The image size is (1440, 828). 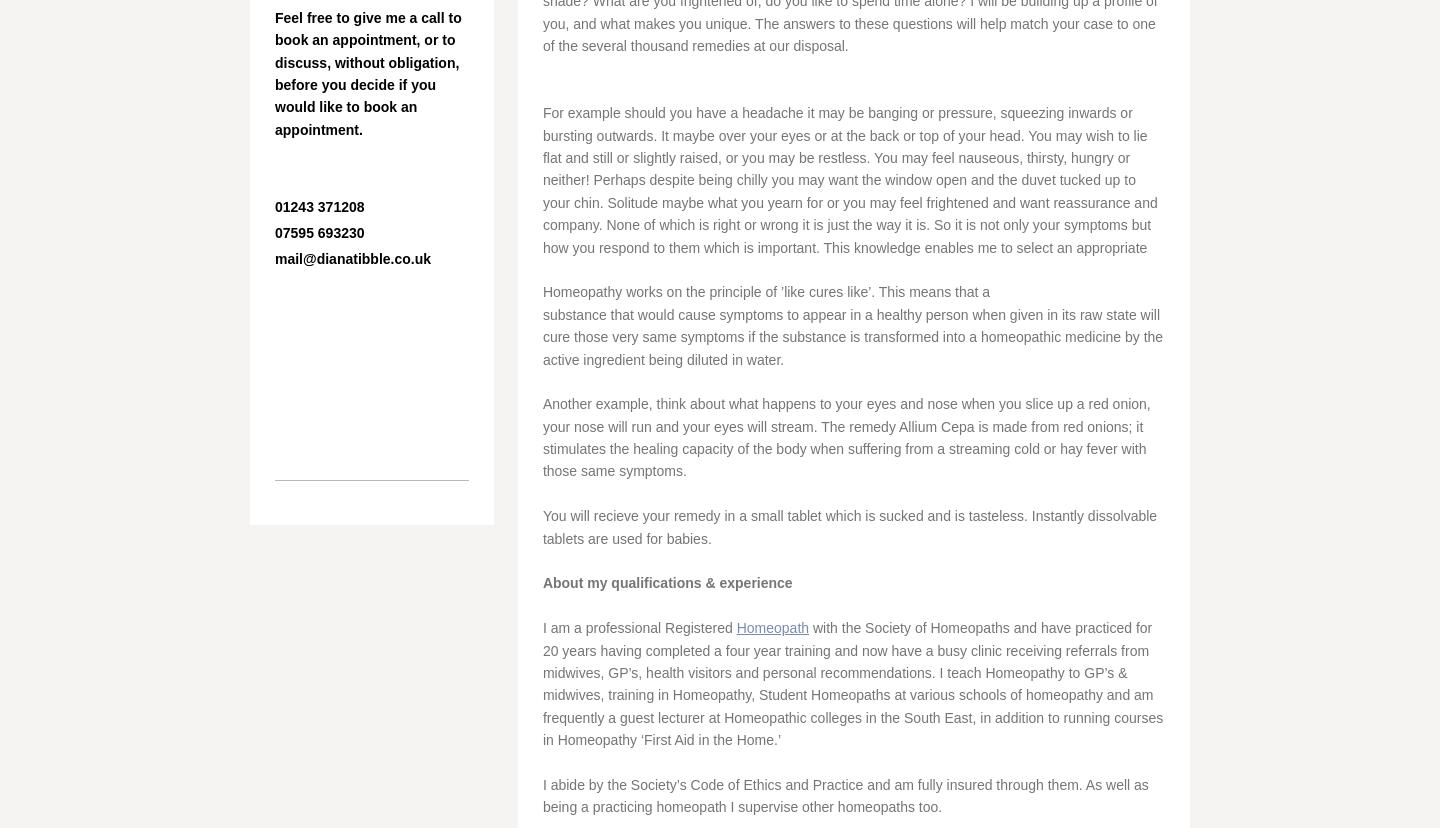 What do you see at coordinates (669, 582) in the screenshot?
I see `'About my qualifications & experience'` at bounding box center [669, 582].